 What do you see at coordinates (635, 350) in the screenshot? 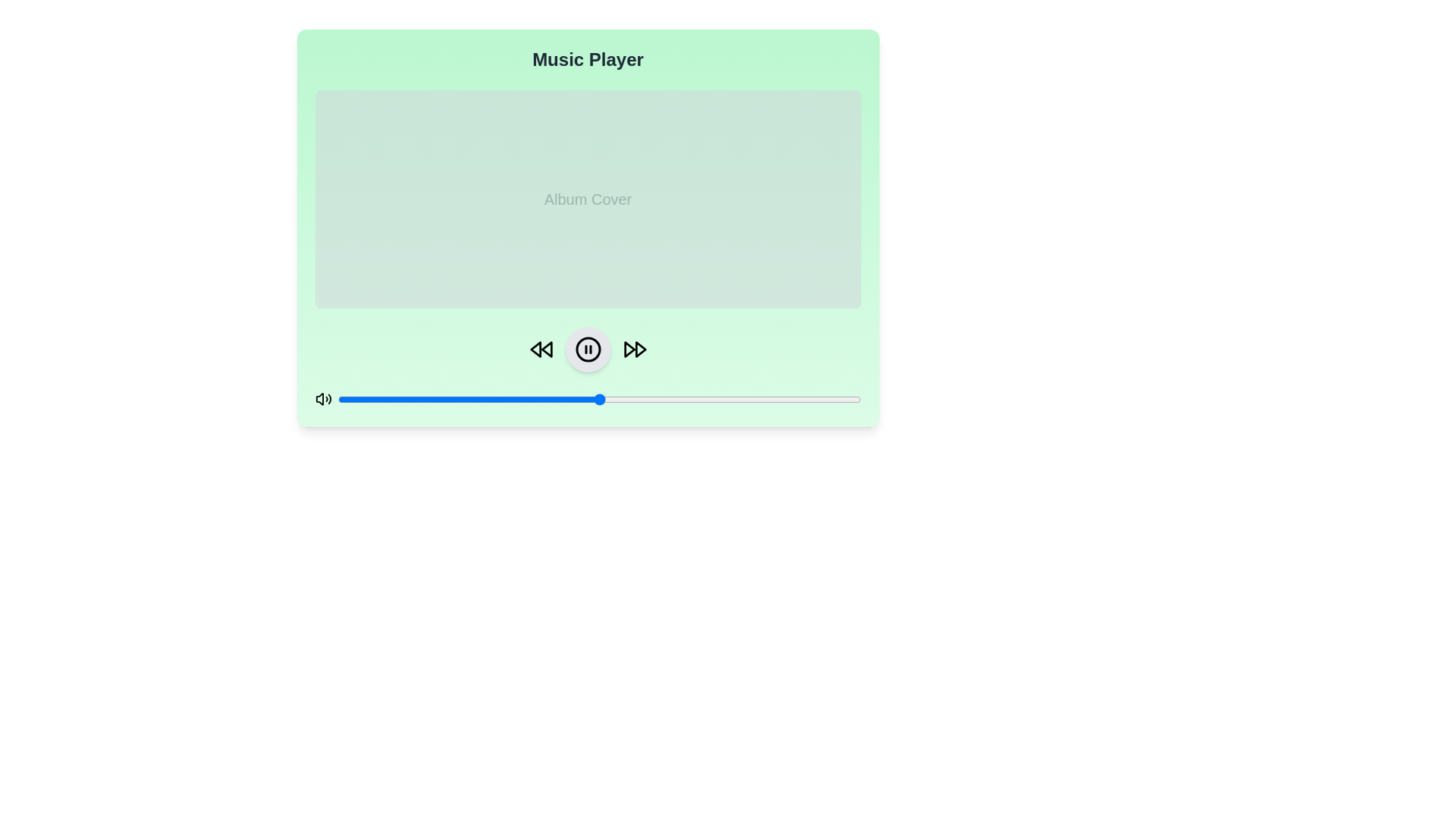
I see `the 'fast-forward' control button in the music player to skip to the next track, located at the bottom-central part of the interface, rightmost among three control buttons` at bounding box center [635, 350].